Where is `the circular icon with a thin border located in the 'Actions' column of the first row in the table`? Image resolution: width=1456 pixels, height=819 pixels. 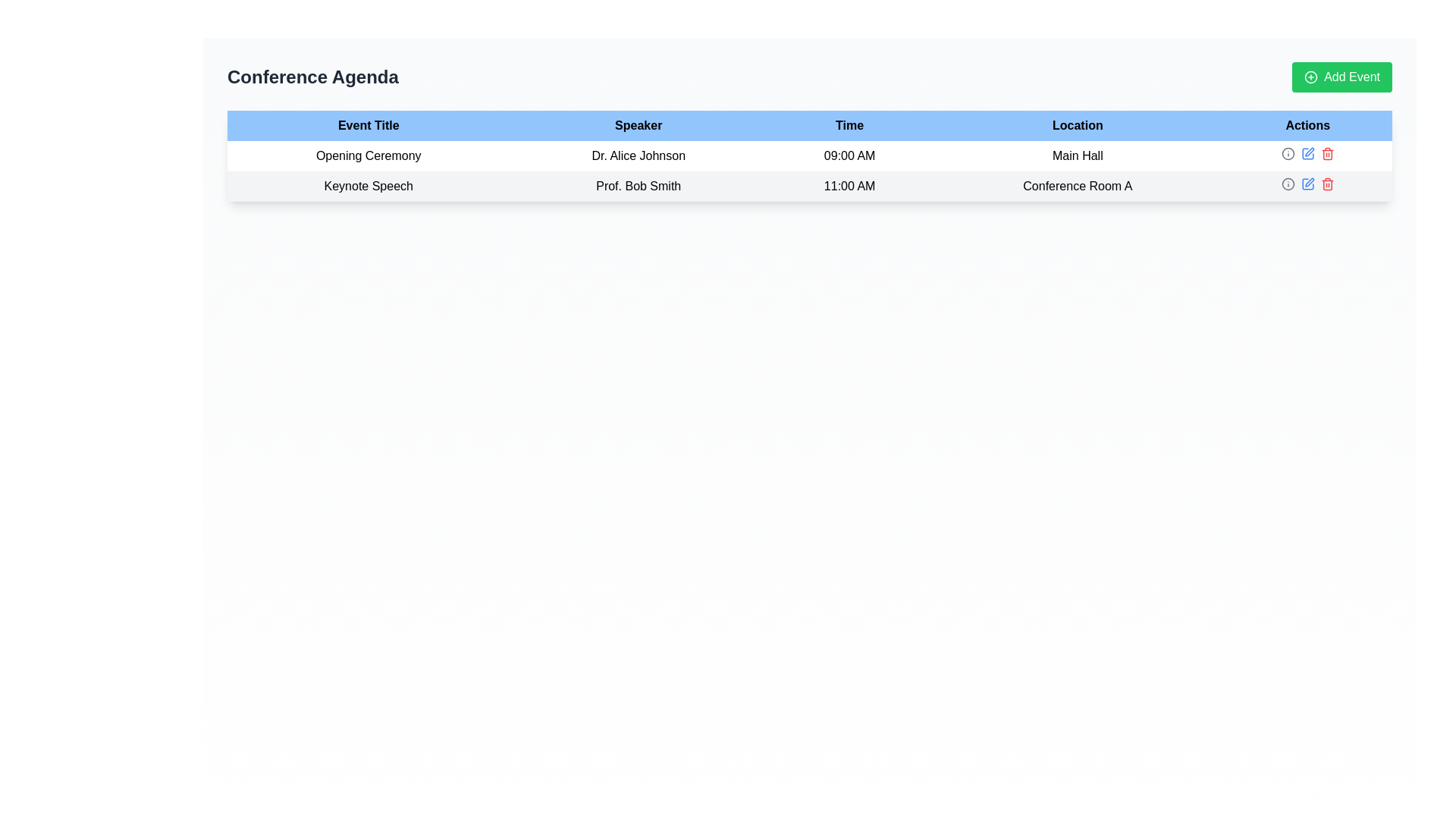 the circular icon with a thin border located in the 'Actions' column of the first row in the table is located at coordinates (1287, 184).